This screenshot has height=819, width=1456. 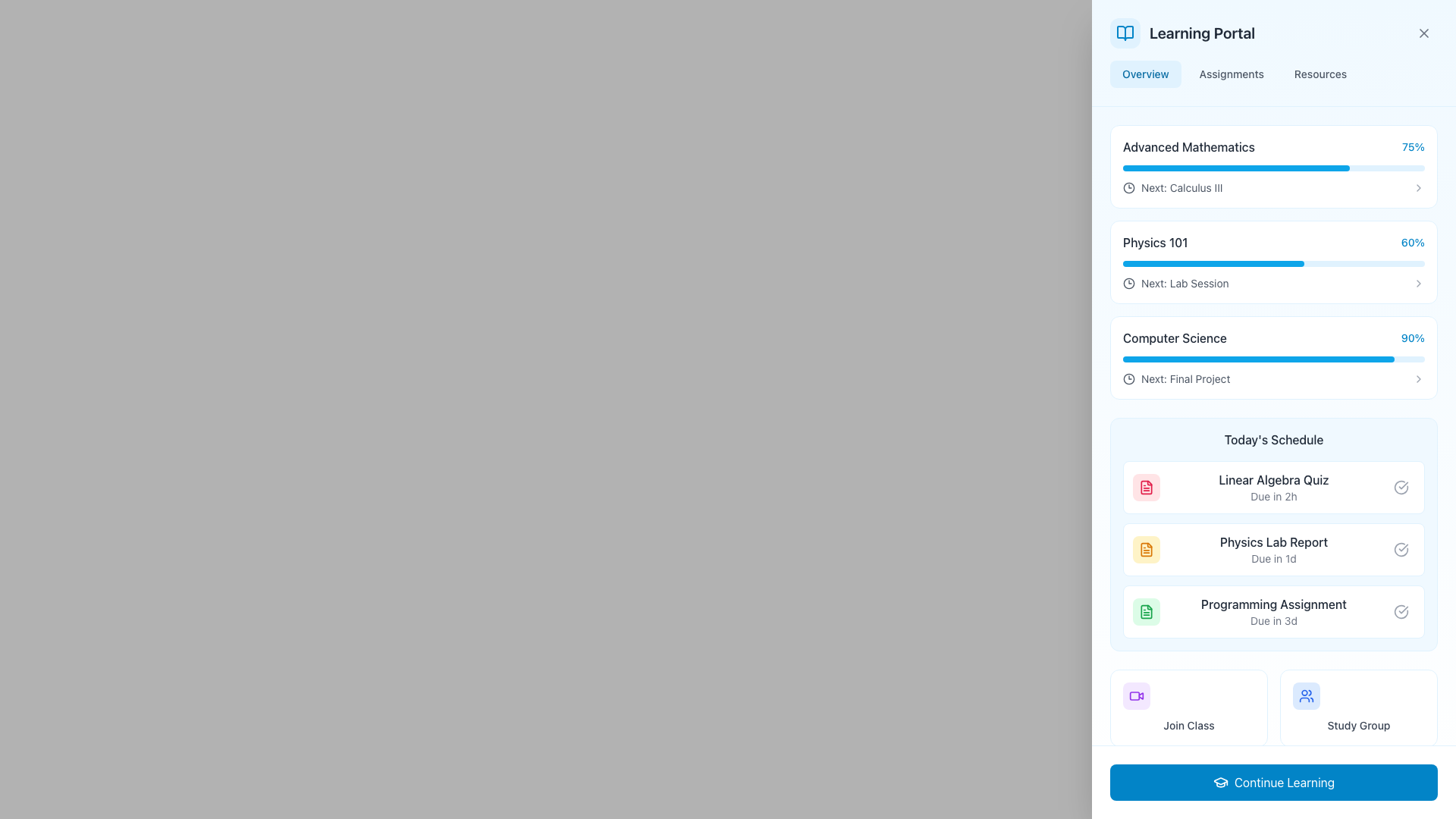 What do you see at coordinates (1188, 708) in the screenshot?
I see `the button in the top-left corner of the 2x2 grid under 'Today's Schedule' to join the class` at bounding box center [1188, 708].